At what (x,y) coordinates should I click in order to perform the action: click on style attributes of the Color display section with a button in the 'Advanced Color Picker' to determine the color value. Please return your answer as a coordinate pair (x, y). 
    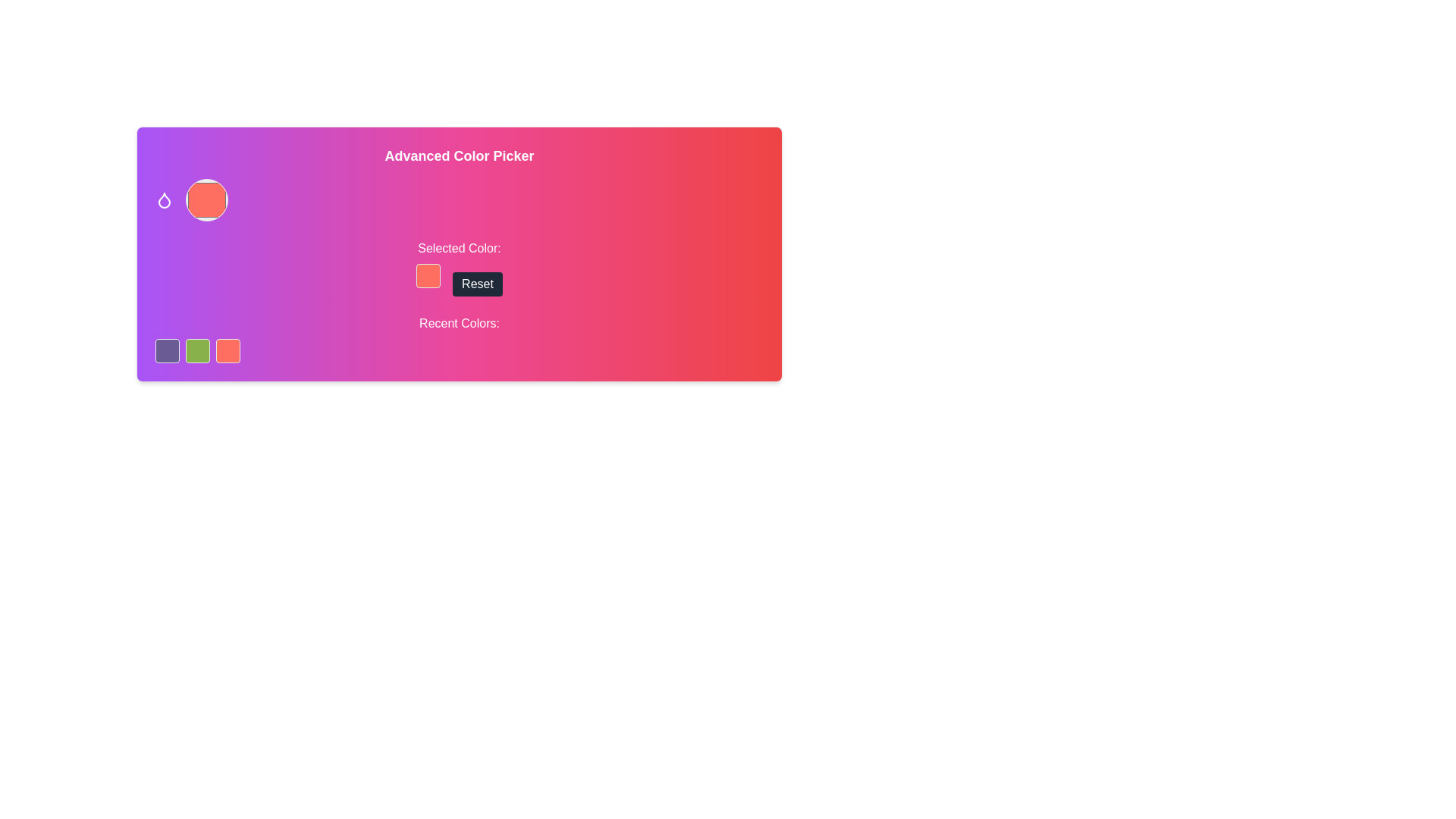
    Looking at the image, I should click on (458, 267).